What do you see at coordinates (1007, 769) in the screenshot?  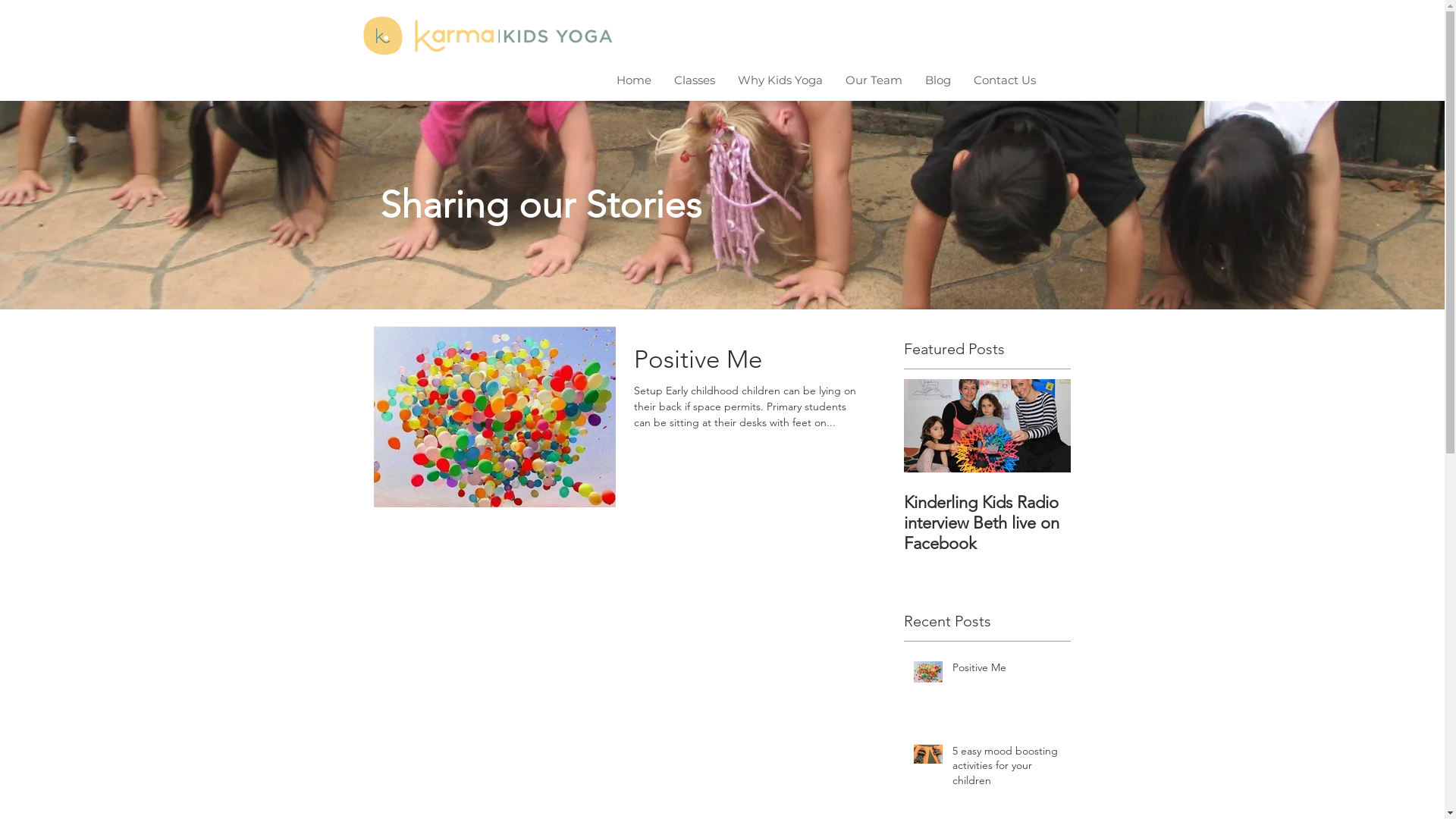 I see `'5 easy mood boosting activities for your children'` at bounding box center [1007, 769].